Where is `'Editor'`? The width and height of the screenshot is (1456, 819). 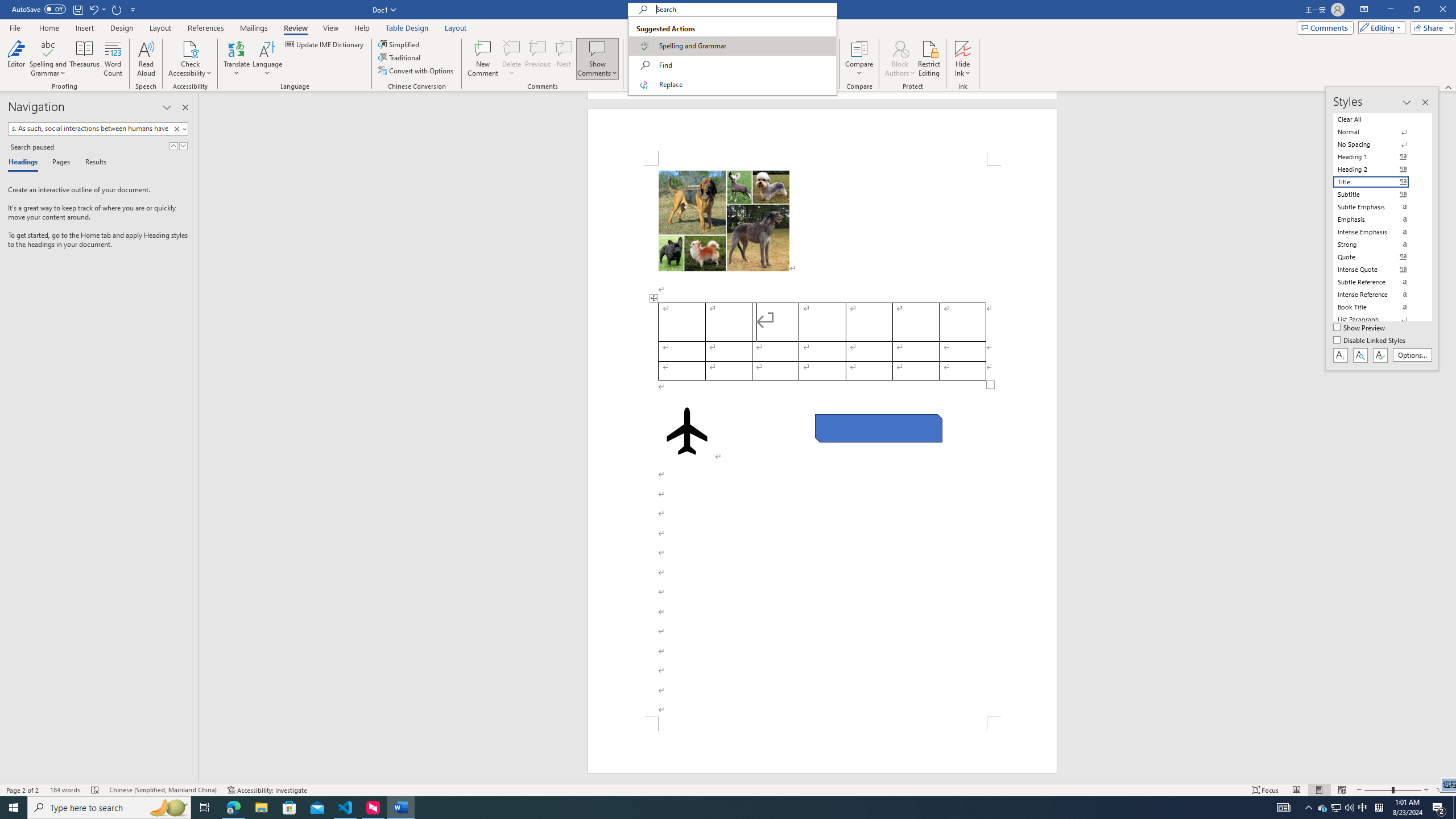
'Editor' is located at coordinates (16, 59).